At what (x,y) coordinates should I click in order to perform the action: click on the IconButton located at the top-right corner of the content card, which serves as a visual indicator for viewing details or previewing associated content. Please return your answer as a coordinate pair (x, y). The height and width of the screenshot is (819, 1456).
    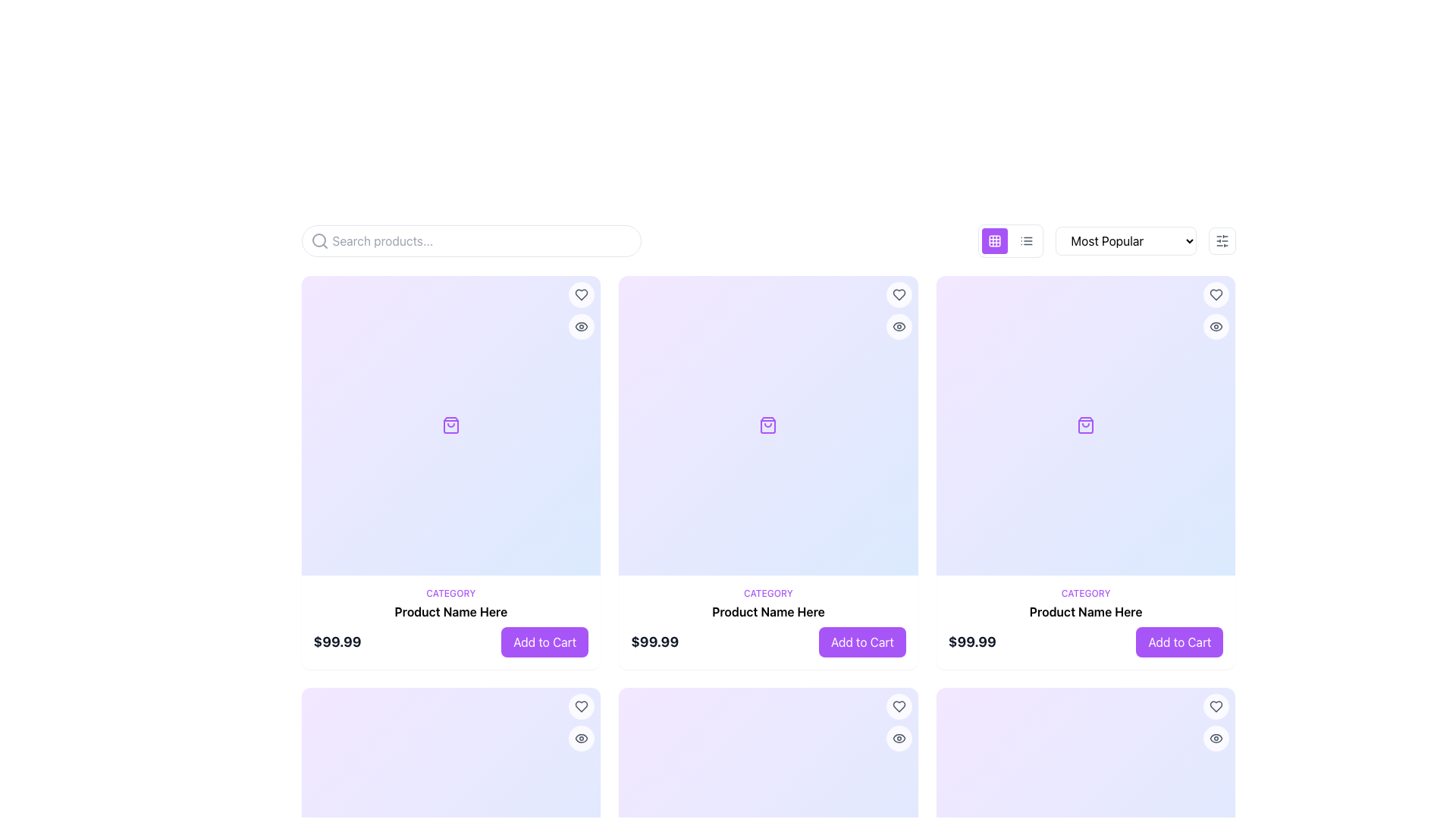
    Looking at the image, I should click on (1216, 737).